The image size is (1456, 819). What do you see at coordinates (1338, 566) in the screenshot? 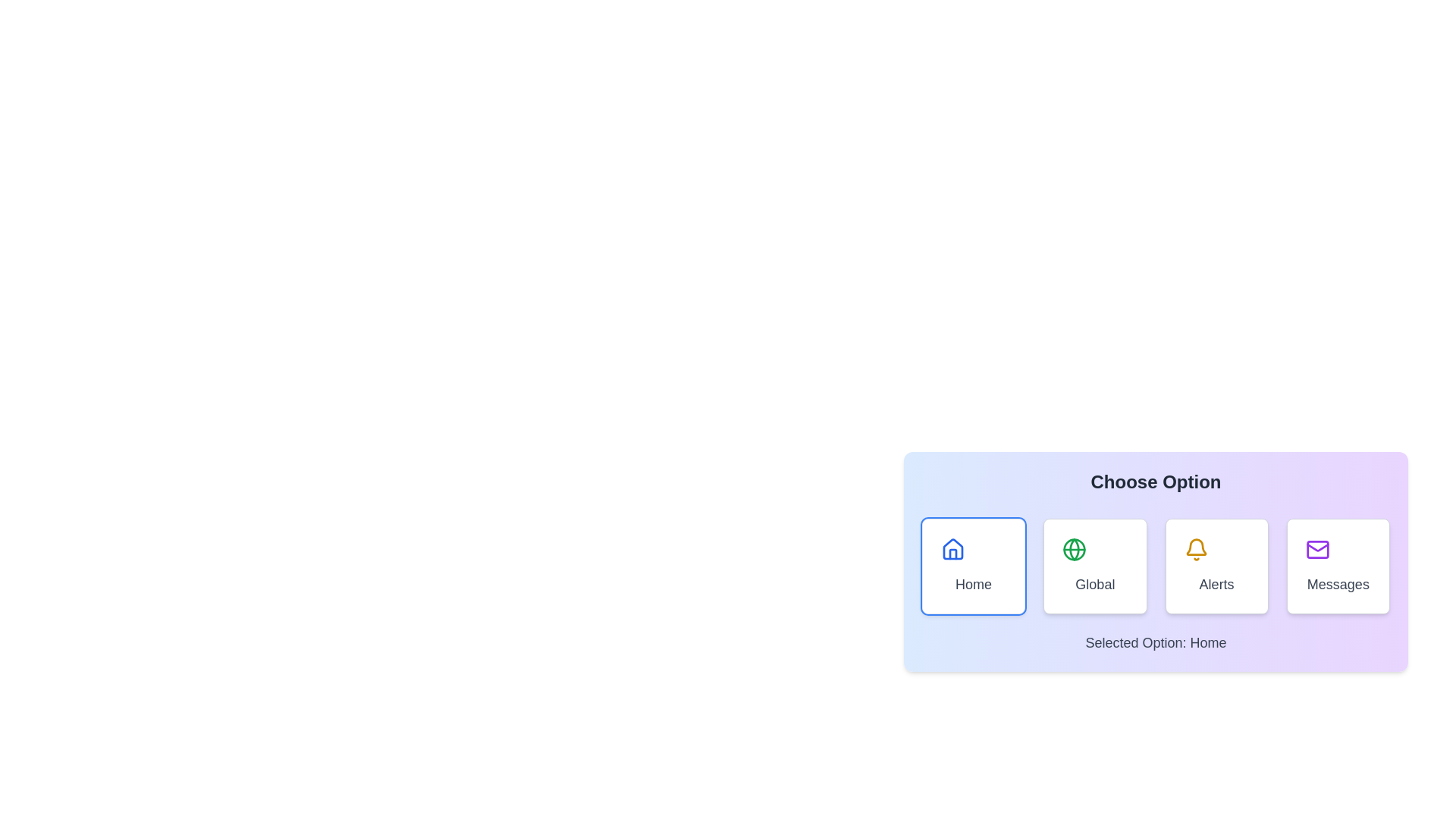
I see `the 'Messages' interactive button` at bounding box center [1338, 566].